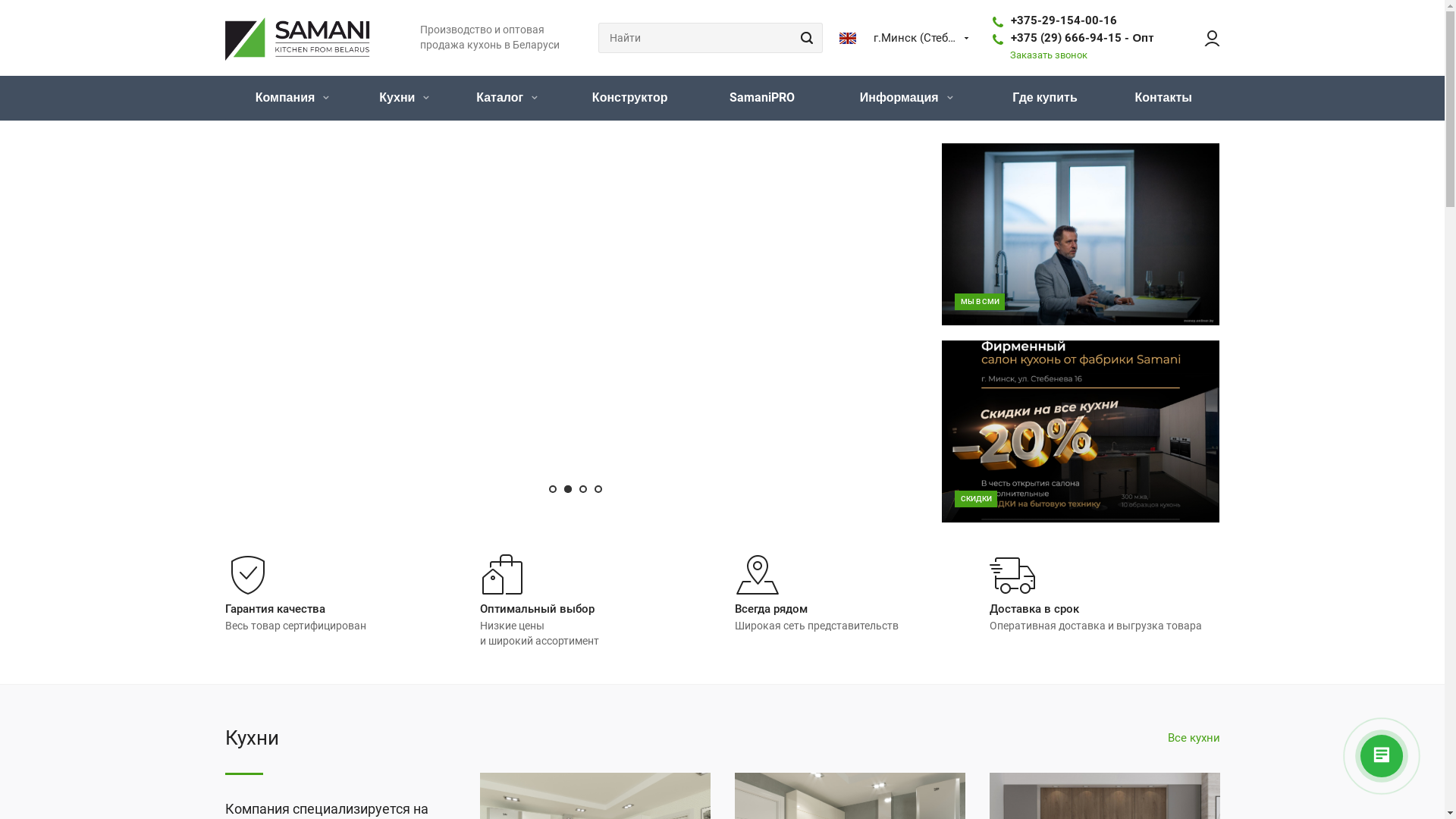 The height and width of the screenshot is (819, 1456). I want to click on '2', so click(563, 488).